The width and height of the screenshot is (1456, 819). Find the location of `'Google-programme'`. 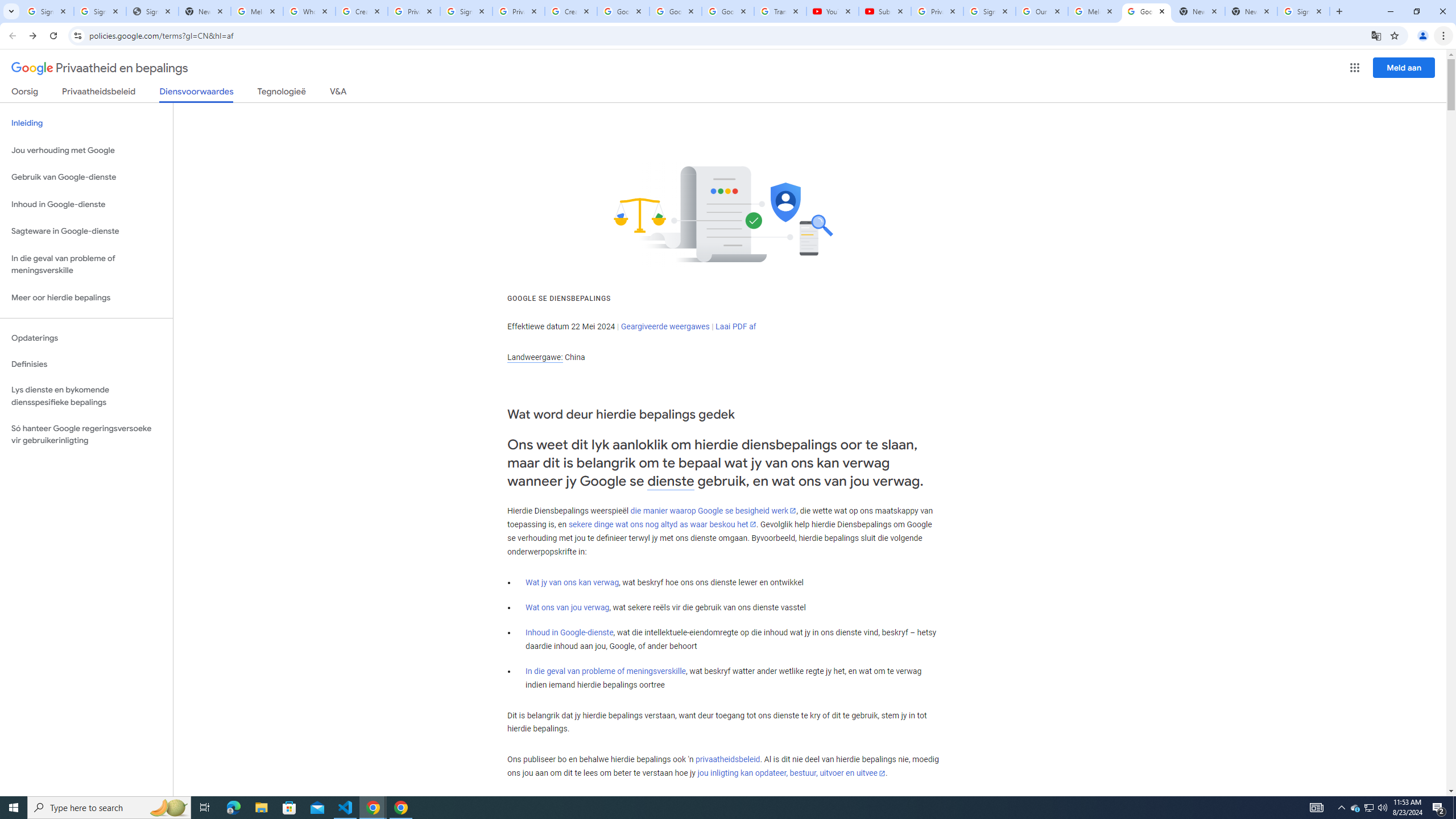

'Google-programme' is located at coordinates (1355, 67).